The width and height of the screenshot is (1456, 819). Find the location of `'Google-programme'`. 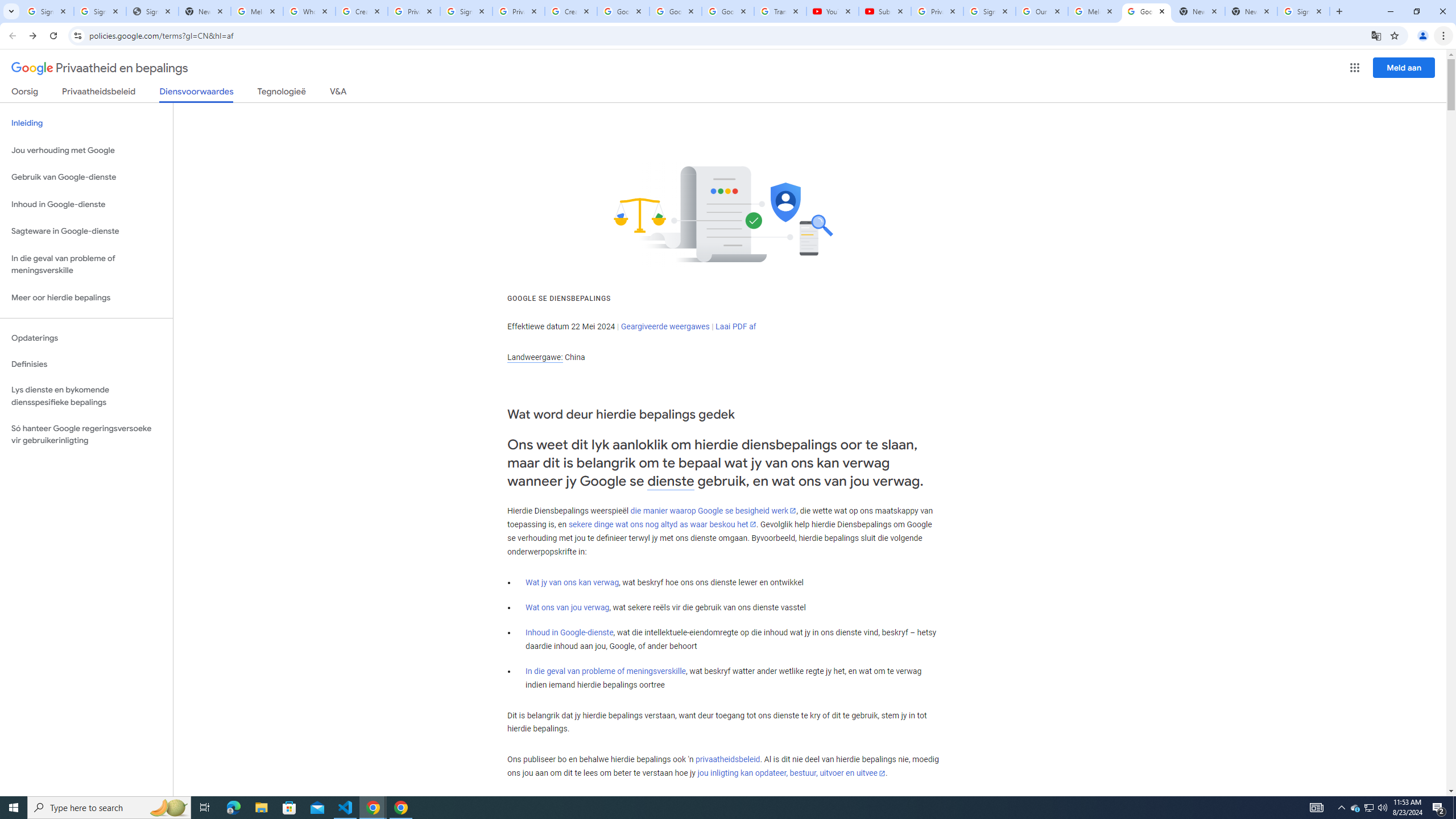

'Google-programme' is located at coordinates (1355, 67).